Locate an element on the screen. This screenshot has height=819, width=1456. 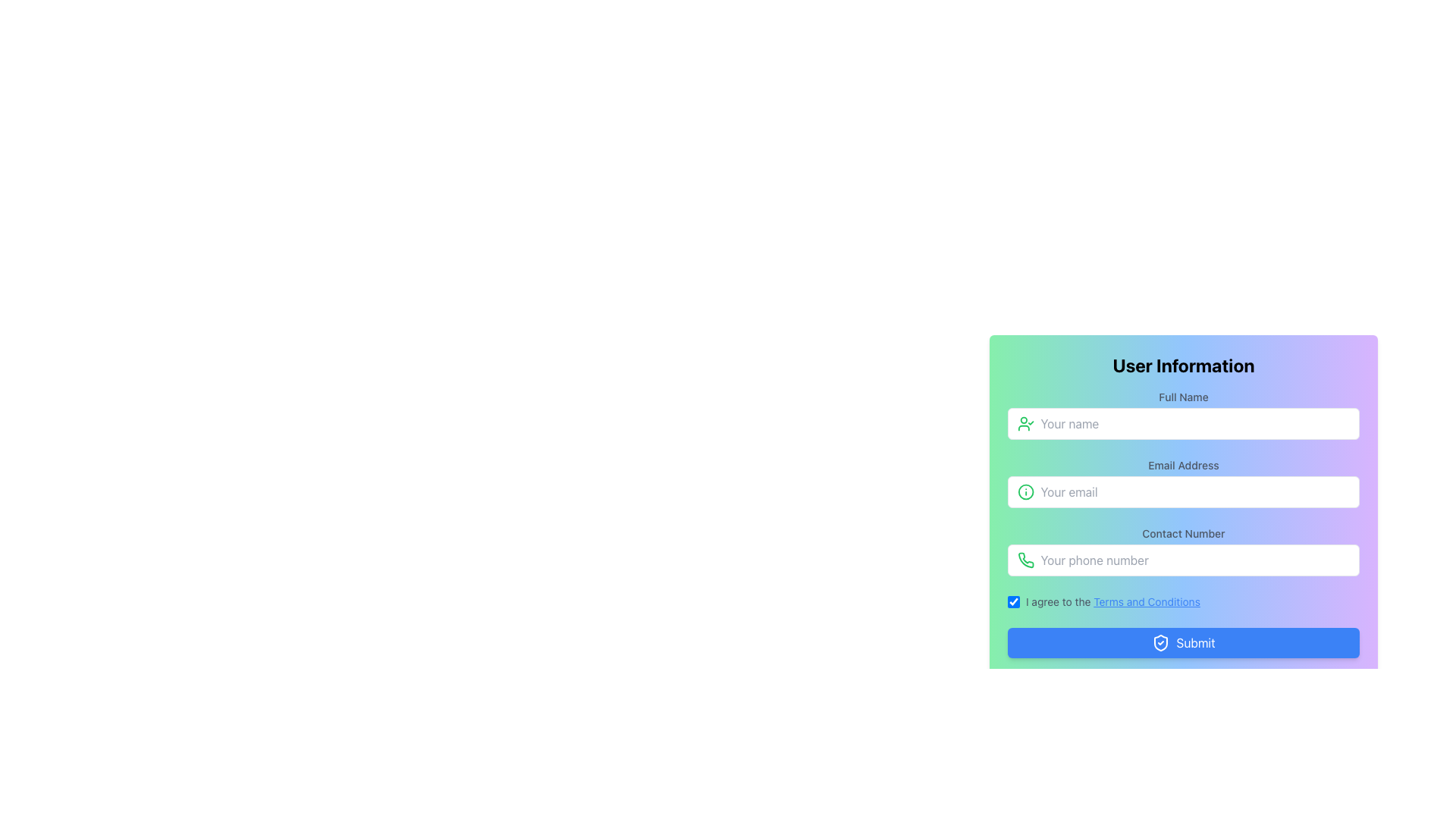
the informative text label indicating the expected email address input in the 'User Information' form layout, located between the 'Full Name' and 'Contact Number' labels is located at coordinates (1182, 464).